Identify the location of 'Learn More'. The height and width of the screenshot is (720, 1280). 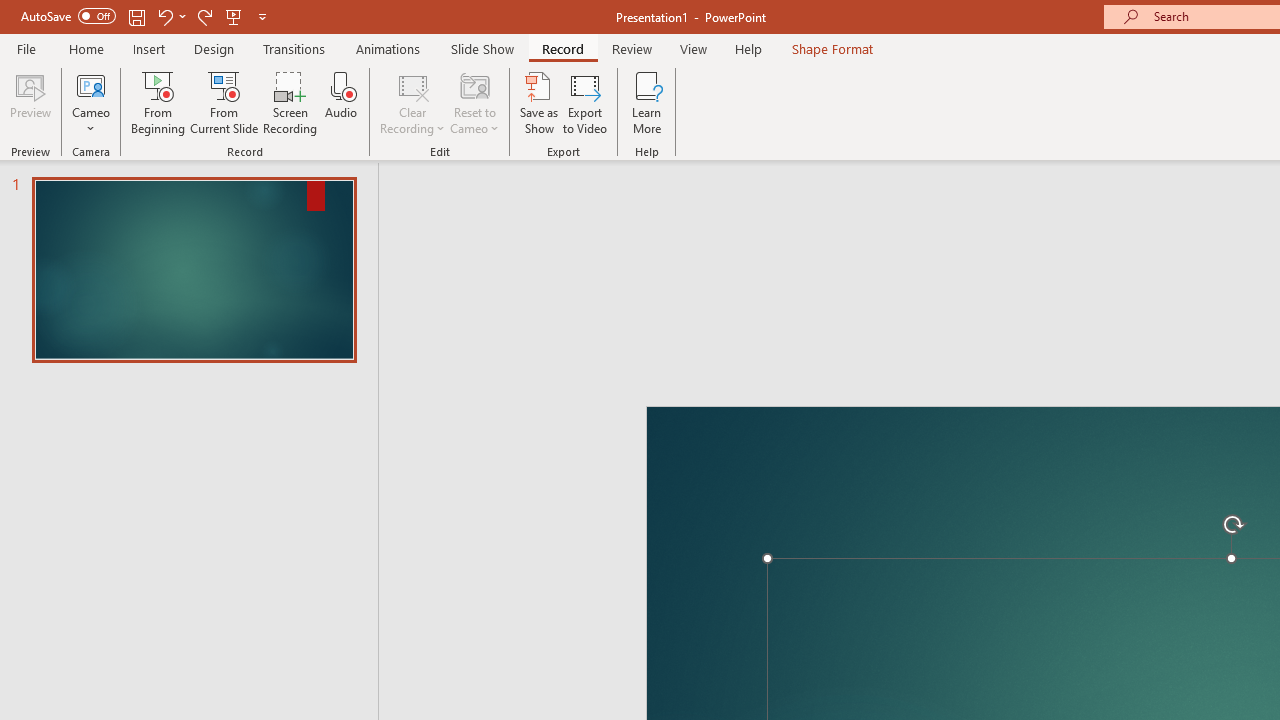
(647, 103).